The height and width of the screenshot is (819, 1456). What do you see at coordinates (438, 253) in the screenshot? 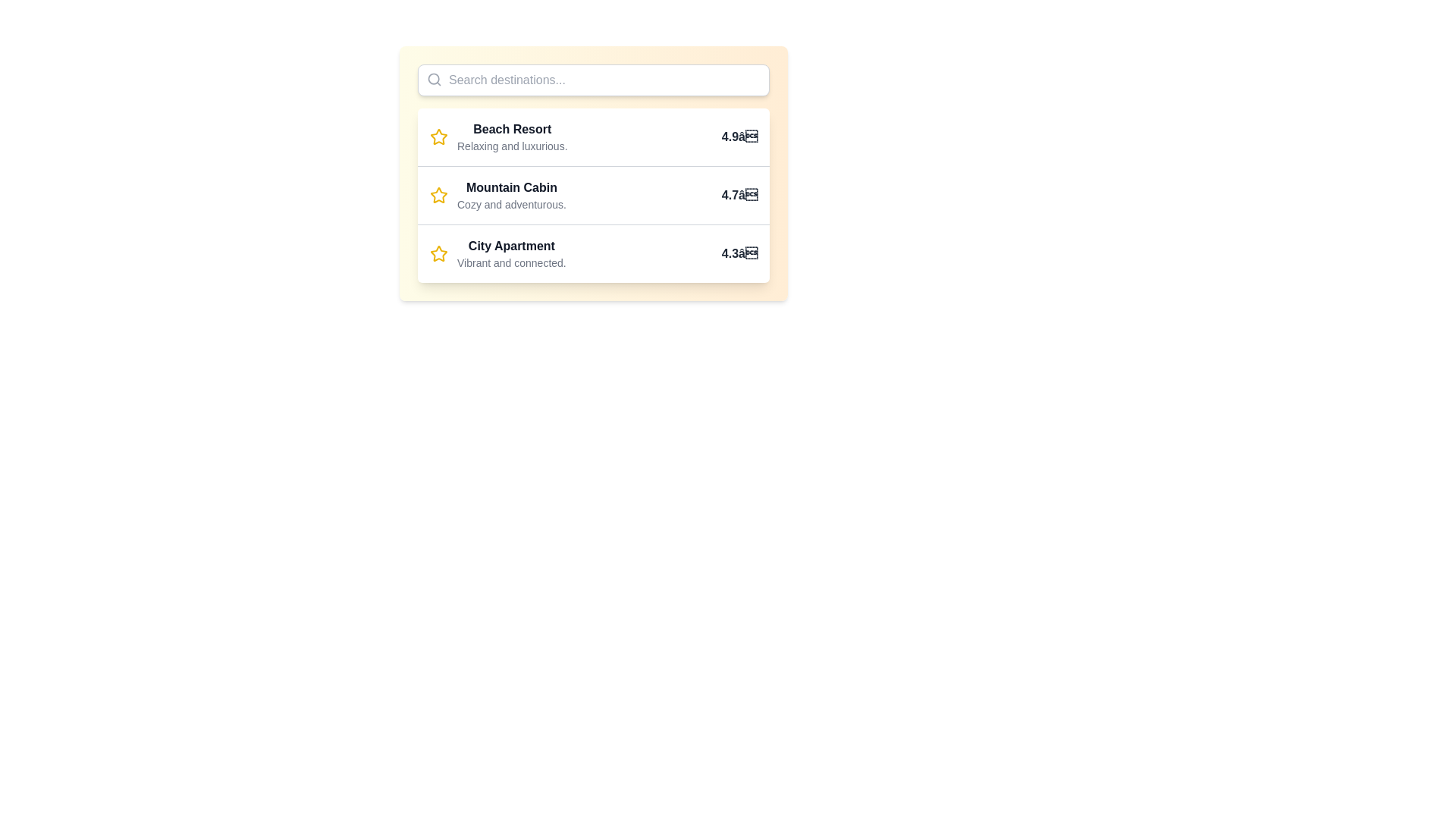
I see `the icon representing the rating feature located in the third entry, aligned to the left of the text 'City Apartment'` at bounding box center [438, 253].